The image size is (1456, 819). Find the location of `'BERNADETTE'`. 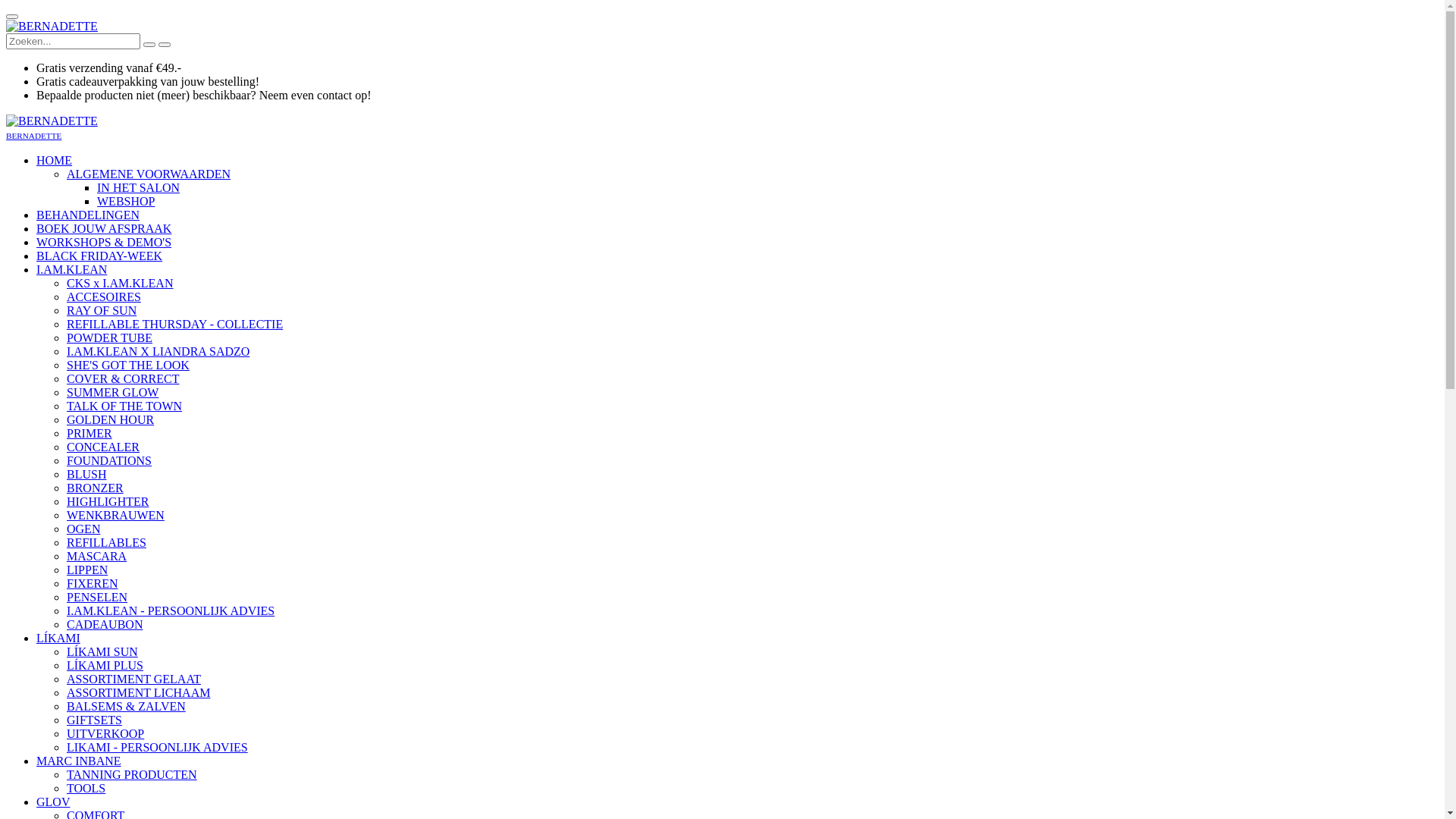

'BERNADETTE' is located at coordinates (52, 26).